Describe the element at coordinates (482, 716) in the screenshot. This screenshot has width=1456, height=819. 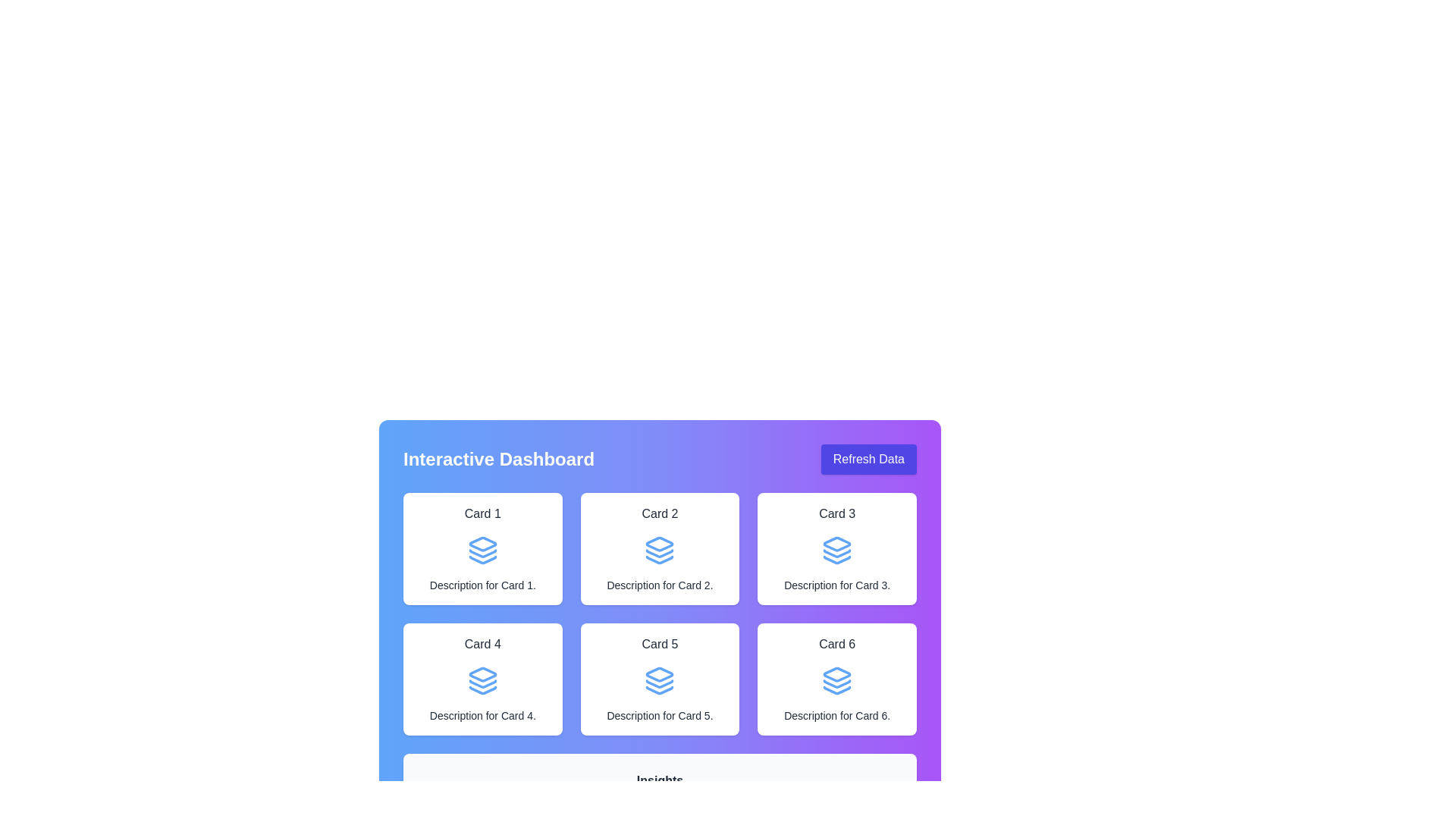
I see `the static text label displaying 'Description for Card 4.', which is located beneath the icon and heading of 'Card 4' in the second row, first column of the grid layout` at that location.